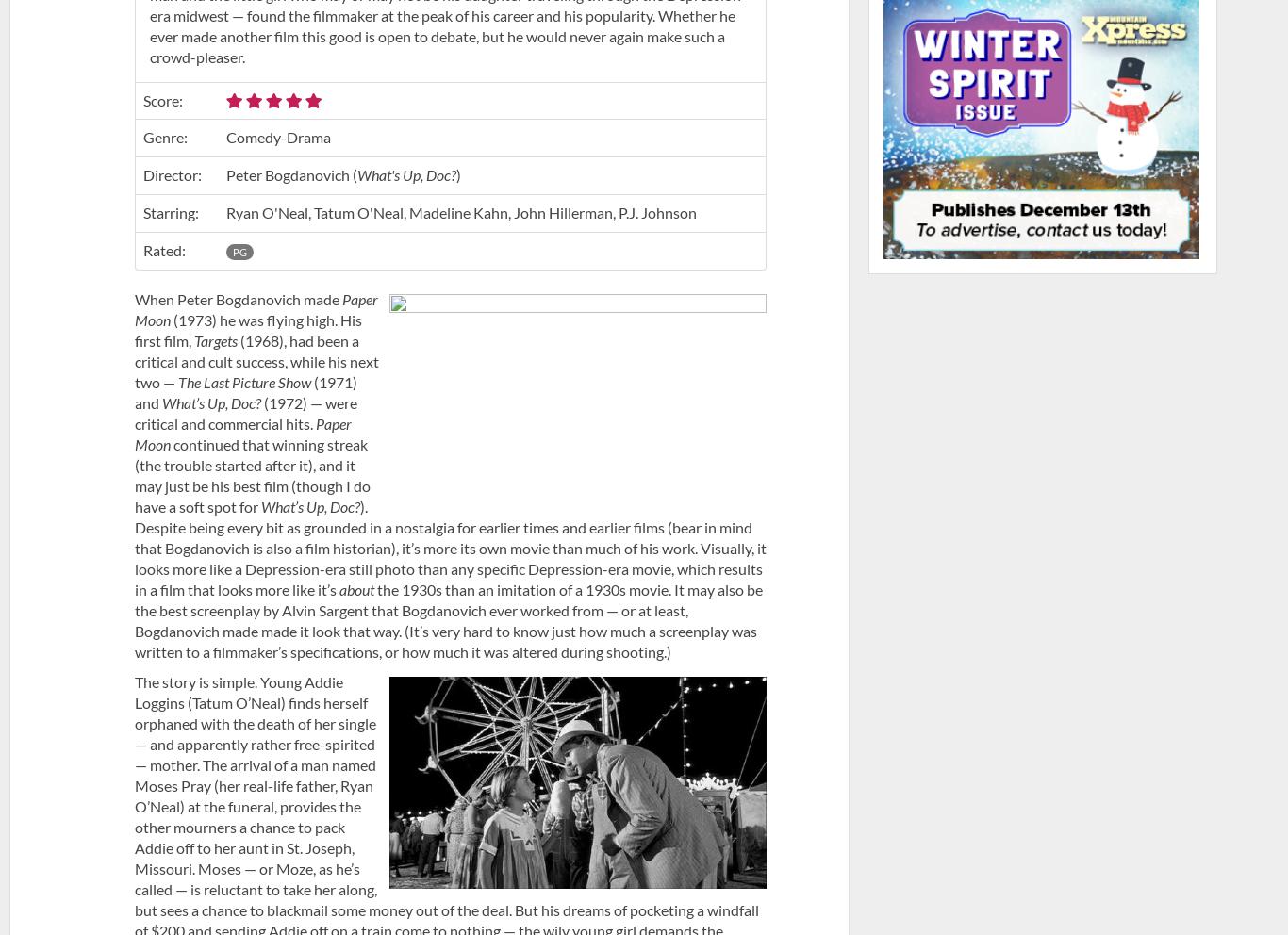  I want to click on 'Rated:', so click(163, 248).